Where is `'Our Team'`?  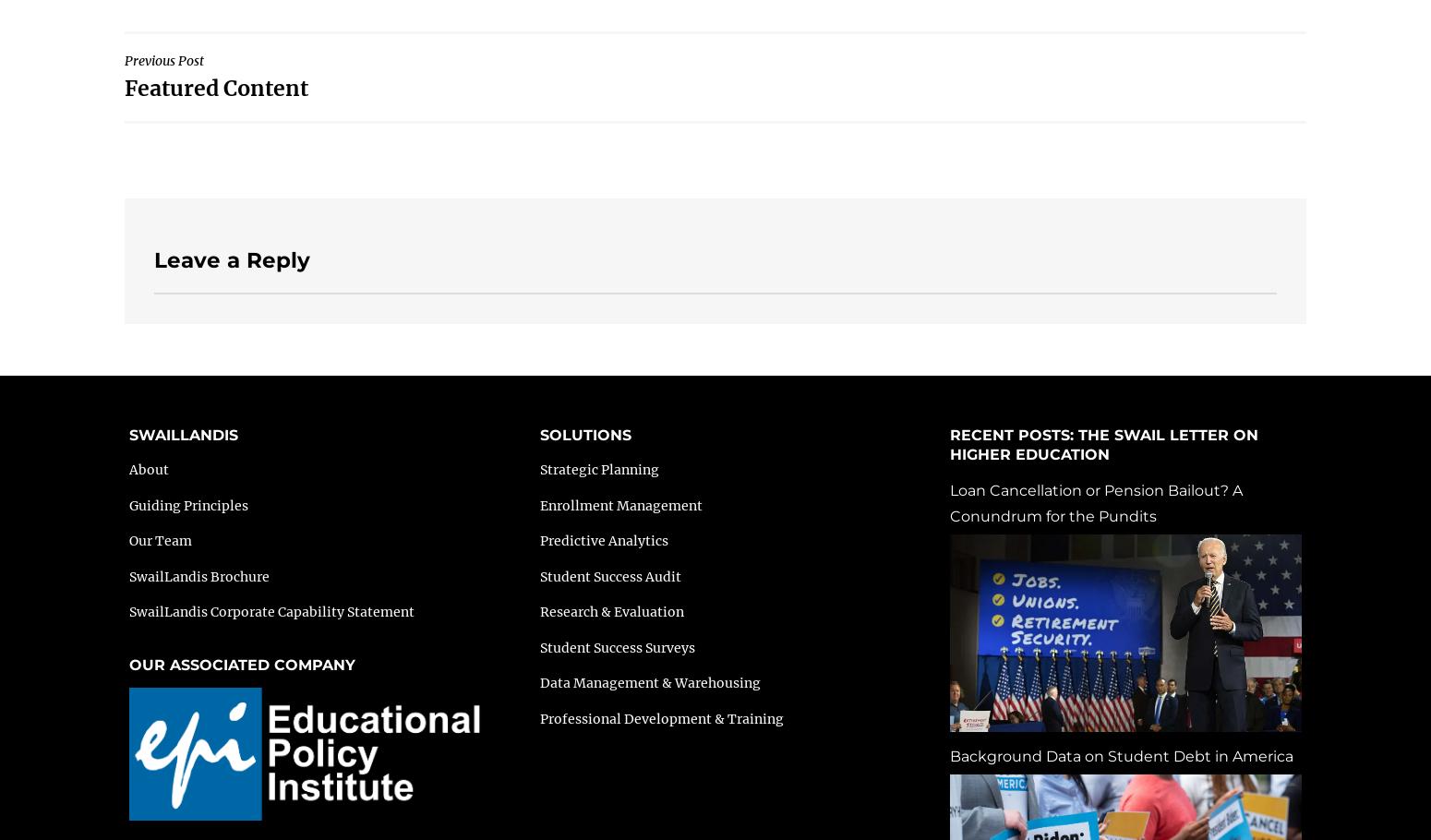 'Our Team' is located at coordinates (160, 540).